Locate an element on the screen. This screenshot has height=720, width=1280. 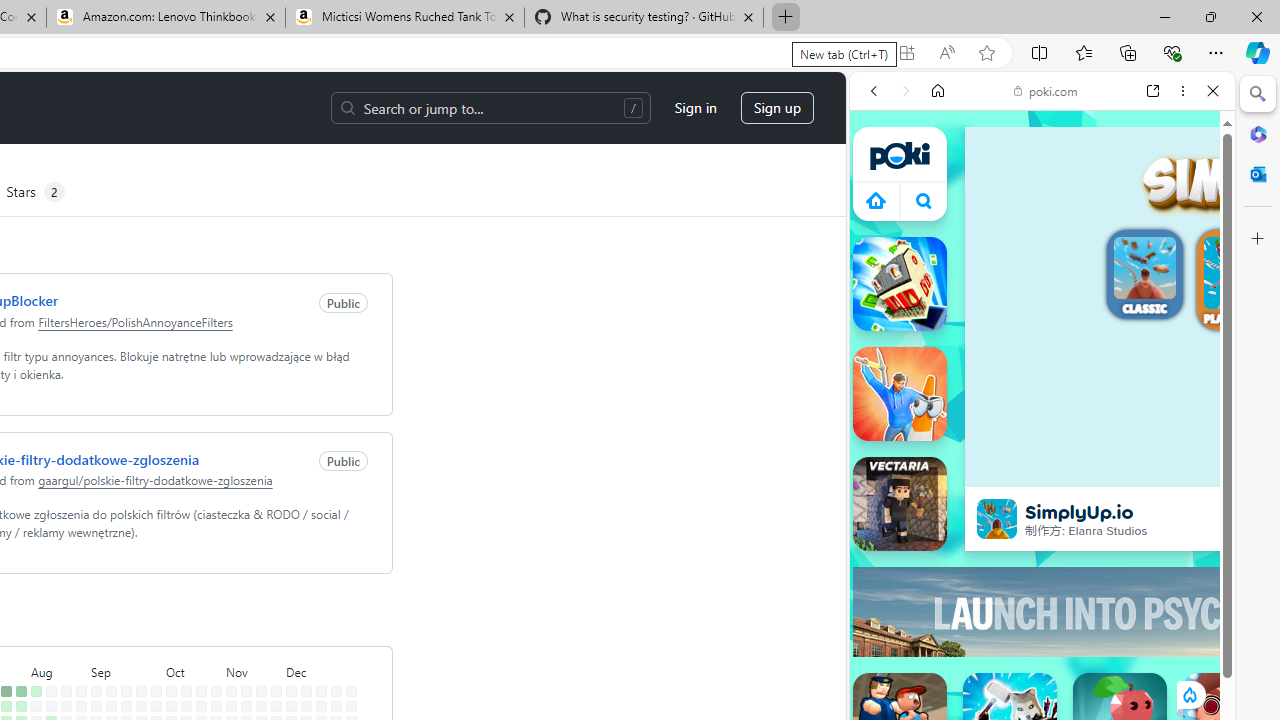
'No contributions on December 23rd.' is located at coordinates (336, 705).